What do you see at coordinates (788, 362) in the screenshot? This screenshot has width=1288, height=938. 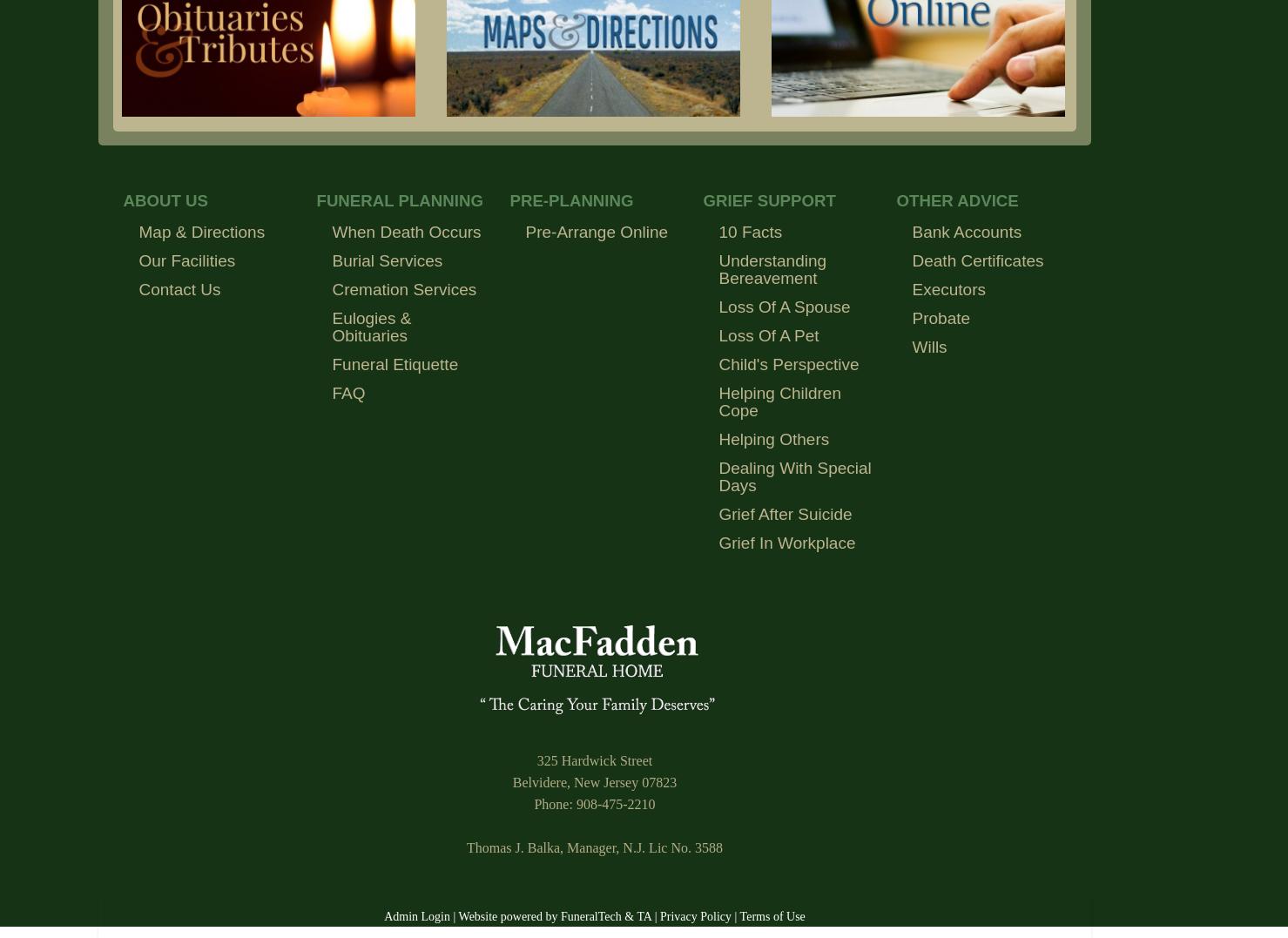 I see `'Child's Perspective'` at bounding box center [788, 362].